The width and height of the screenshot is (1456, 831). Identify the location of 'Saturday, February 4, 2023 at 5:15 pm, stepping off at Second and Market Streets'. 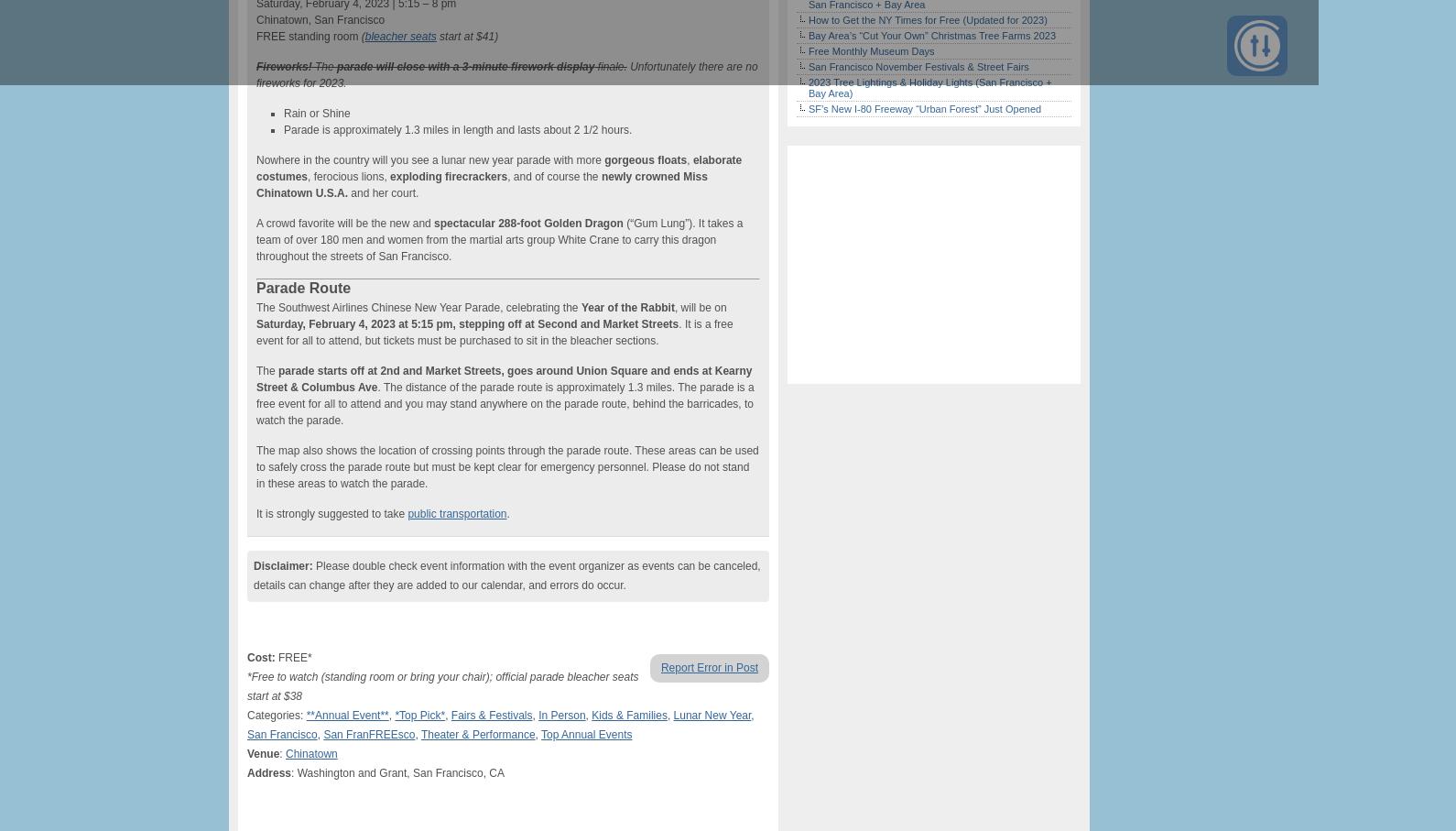
(466, 323).